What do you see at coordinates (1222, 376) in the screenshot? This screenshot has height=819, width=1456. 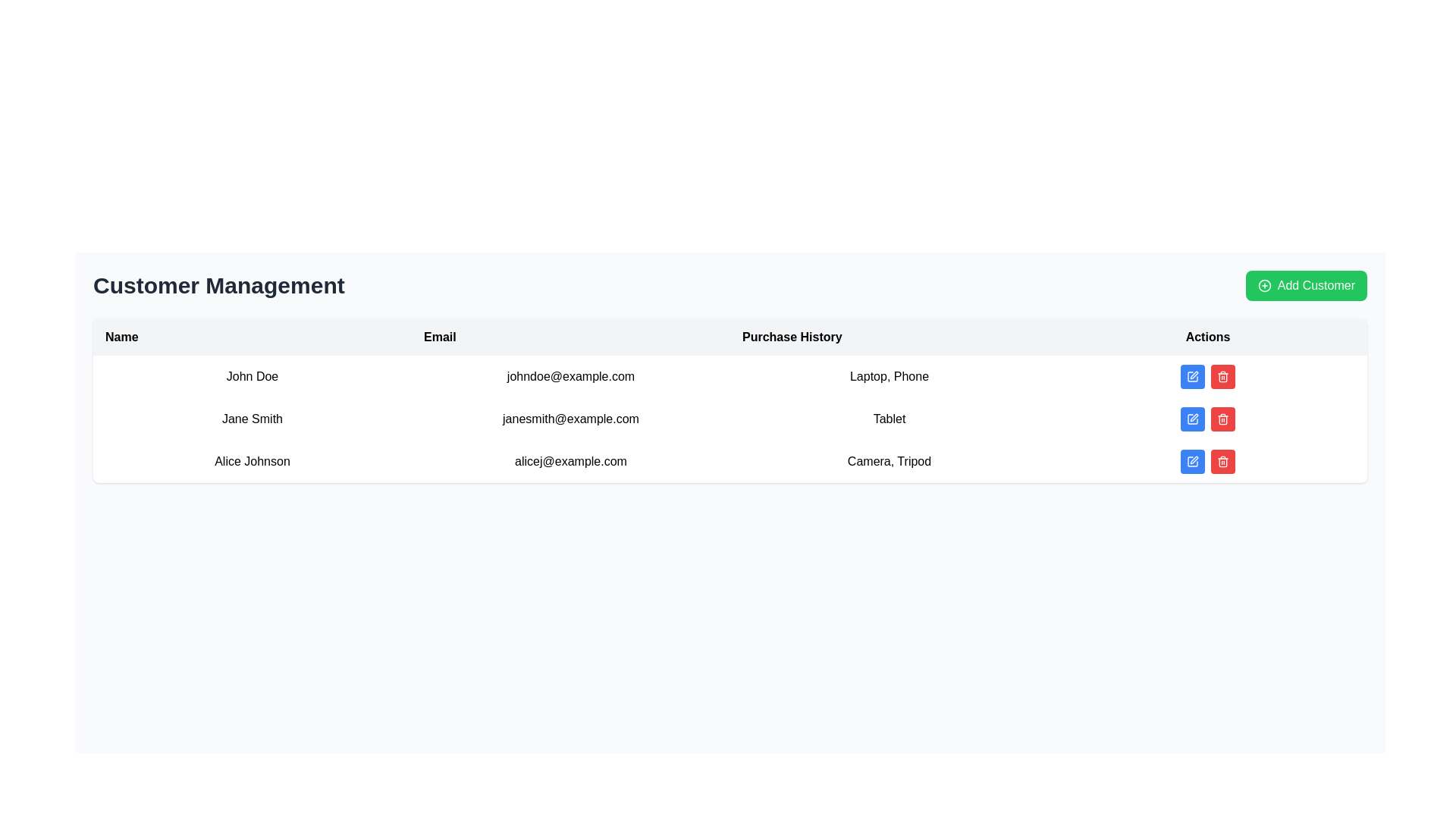 I see `the red rounded button with a trash icon located in the 'Actions' column of the customer management table` at bounding box center [1222, 376].